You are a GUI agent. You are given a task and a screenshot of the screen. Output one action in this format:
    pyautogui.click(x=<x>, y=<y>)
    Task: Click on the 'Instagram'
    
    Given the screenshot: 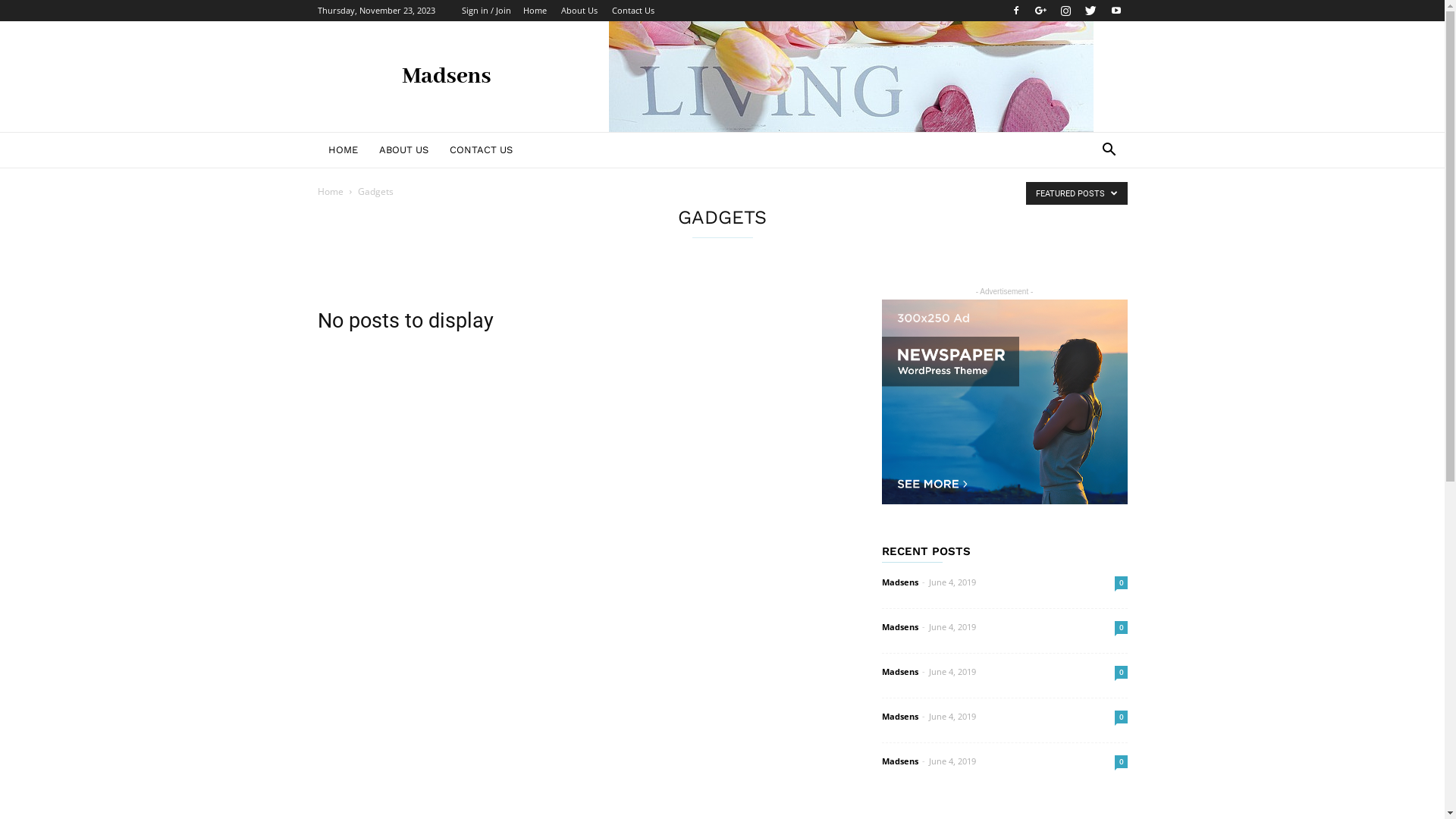 What is the action you would take?
    pyautogui.click(x=1065, y=11)
    